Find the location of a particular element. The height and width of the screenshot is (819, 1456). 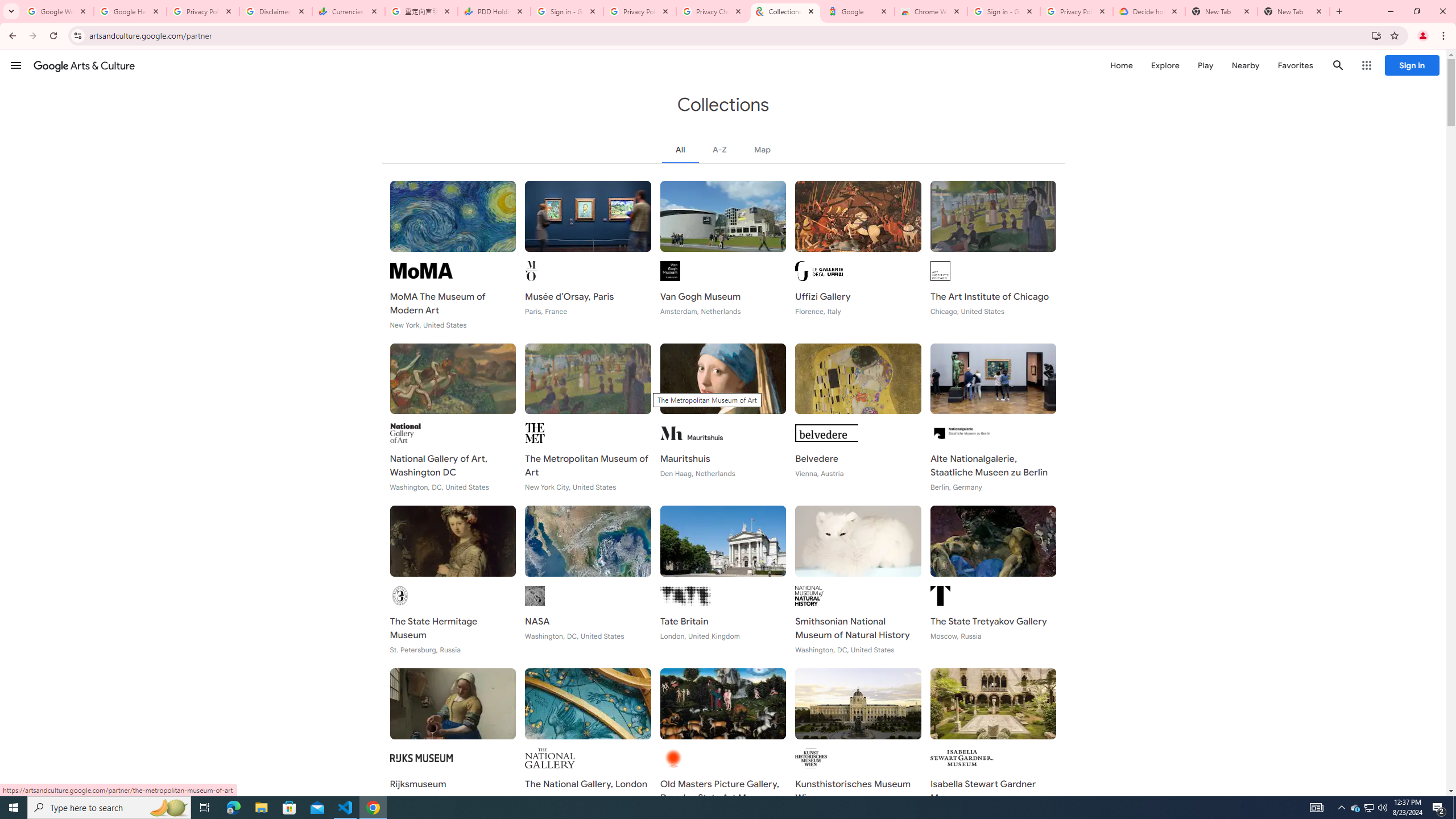

'Nearby' is located at coordinates (1244, 65).